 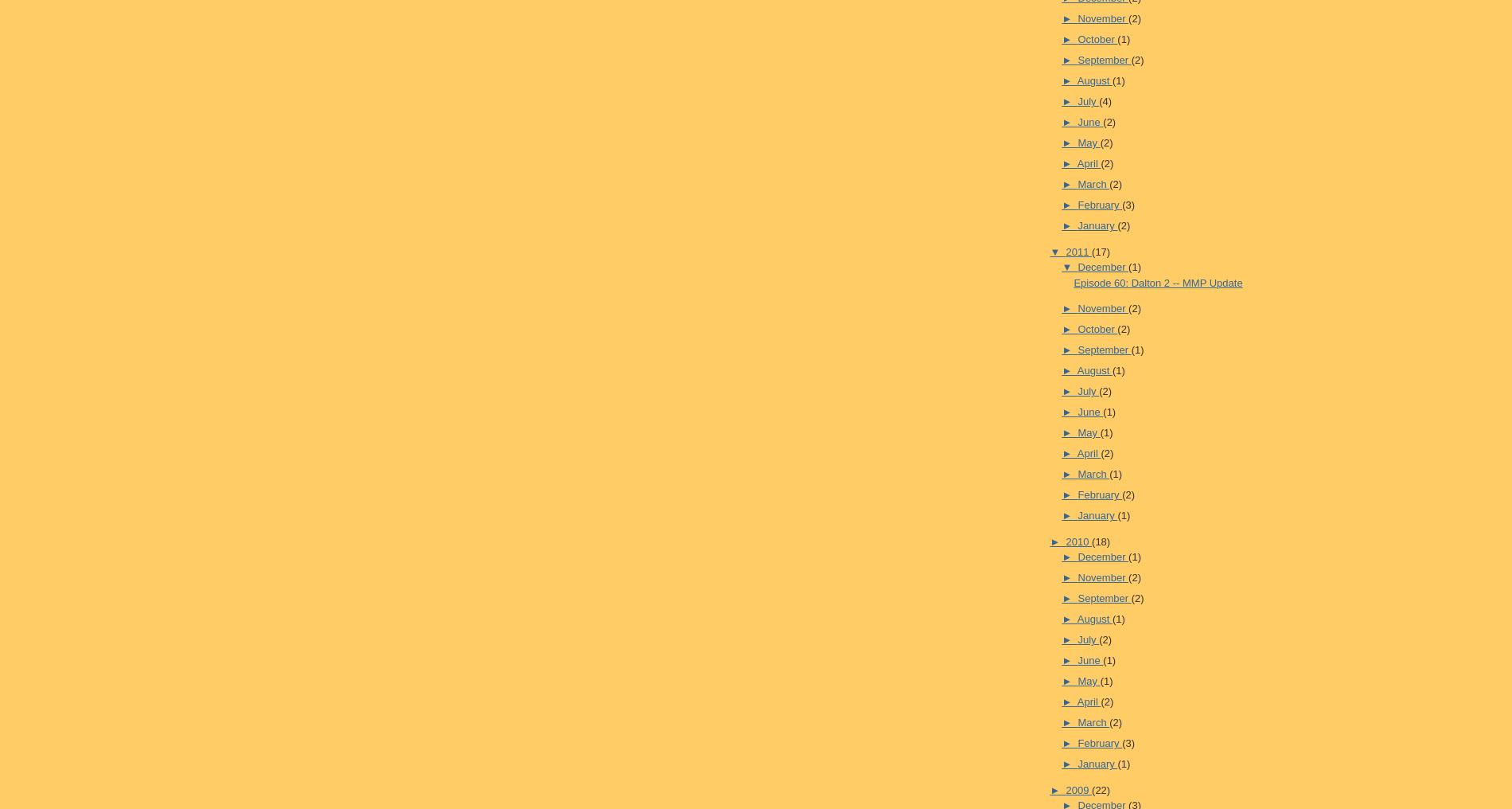 I want to click on 'Episode 60: Dalton 2 -- MMP Update', so click(x=1158, y=282).